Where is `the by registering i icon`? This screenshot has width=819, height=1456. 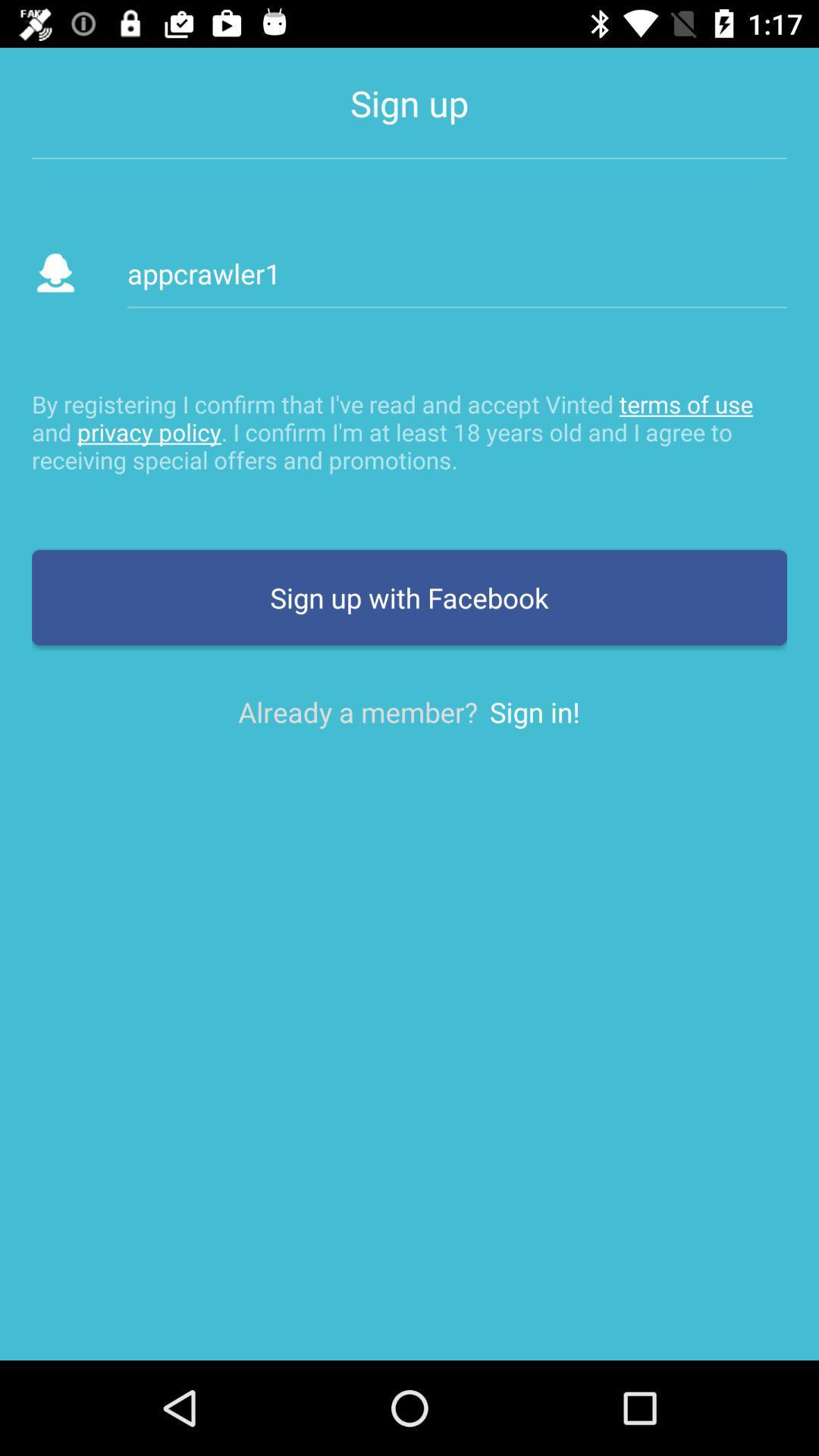
the by registering i icon is located at coordinates (409, 431).